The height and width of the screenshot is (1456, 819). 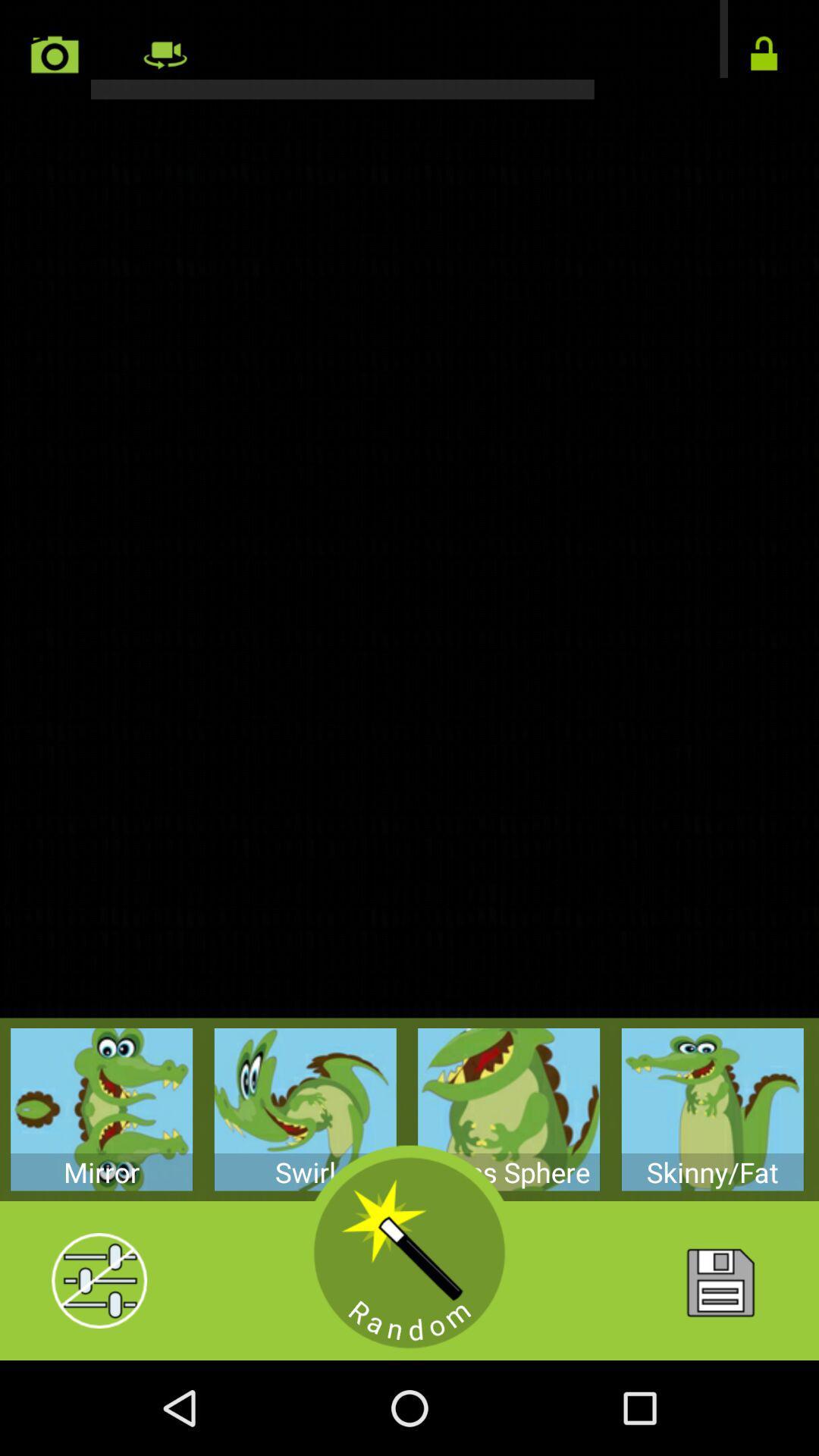 What do you see at coordinates (718, 1280) in the screenshot?
I see `image` at bounding box center [718, 1280].